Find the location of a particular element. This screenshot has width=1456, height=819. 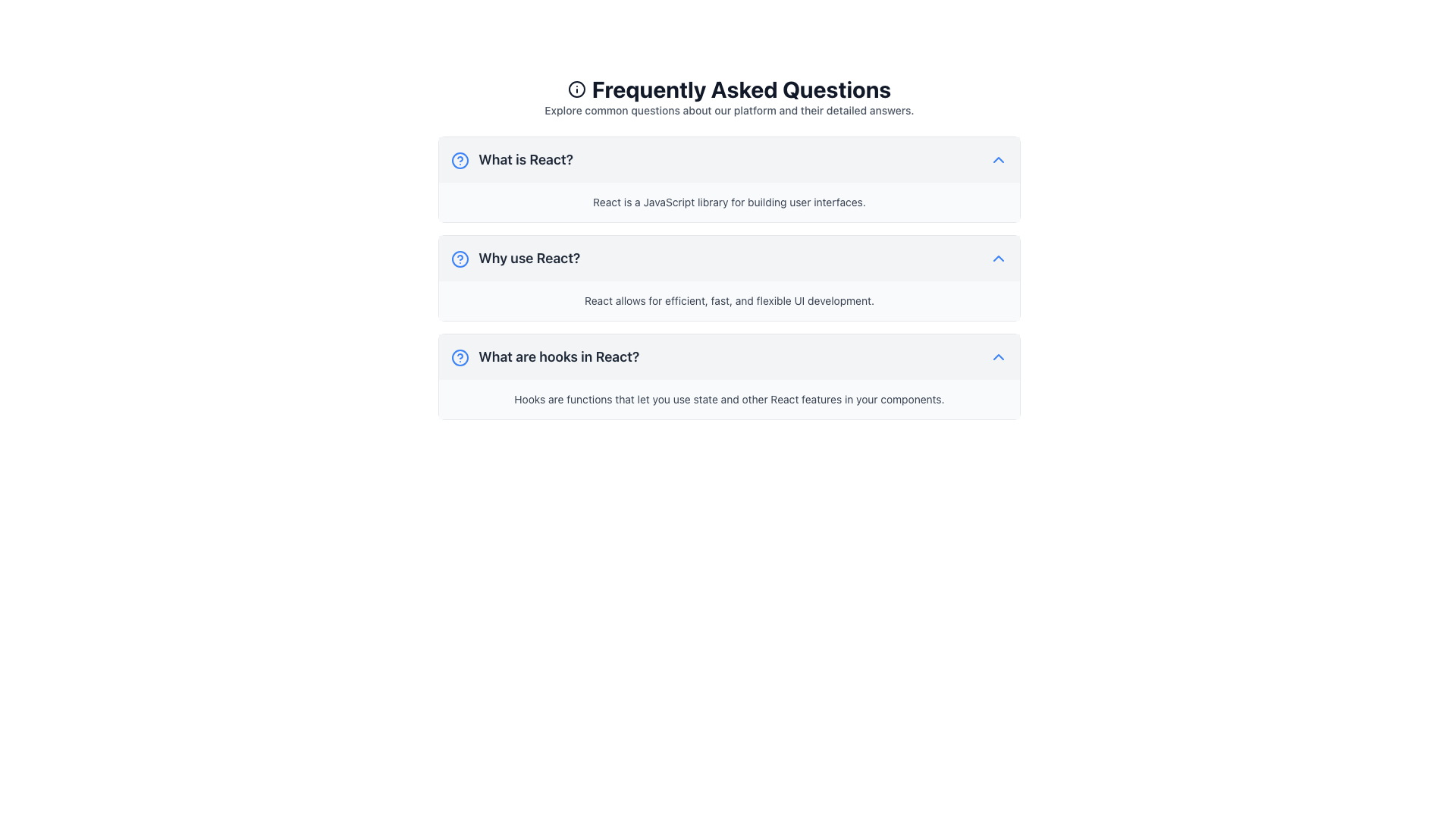

the Chevron Up icon that collapses the expanded FAQ section for 'What are hooks in React?' is located at coordinates (998, 356).